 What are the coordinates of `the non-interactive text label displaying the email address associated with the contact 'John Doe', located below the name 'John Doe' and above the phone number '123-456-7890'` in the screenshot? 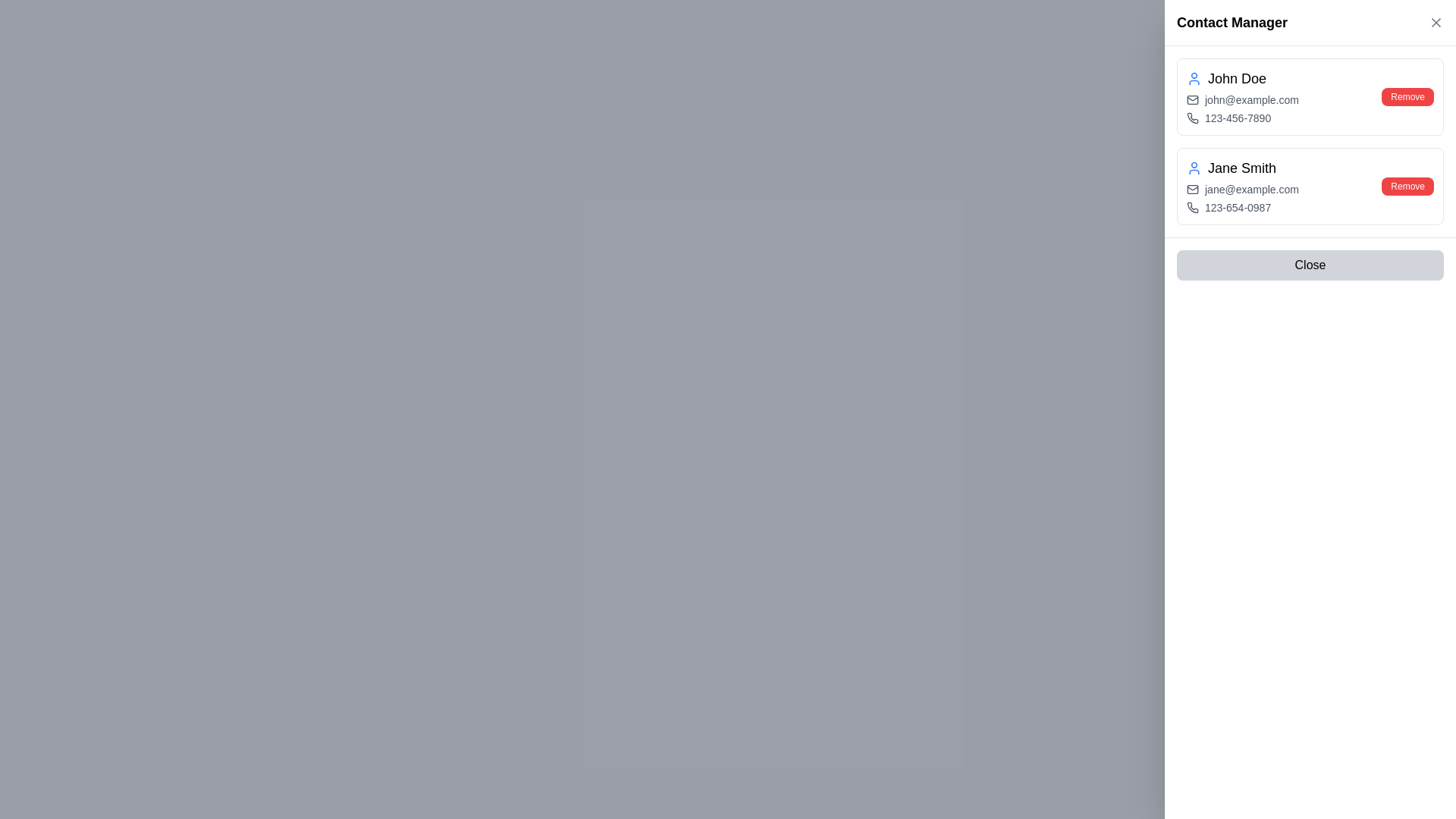 It's located at (1242, 99).